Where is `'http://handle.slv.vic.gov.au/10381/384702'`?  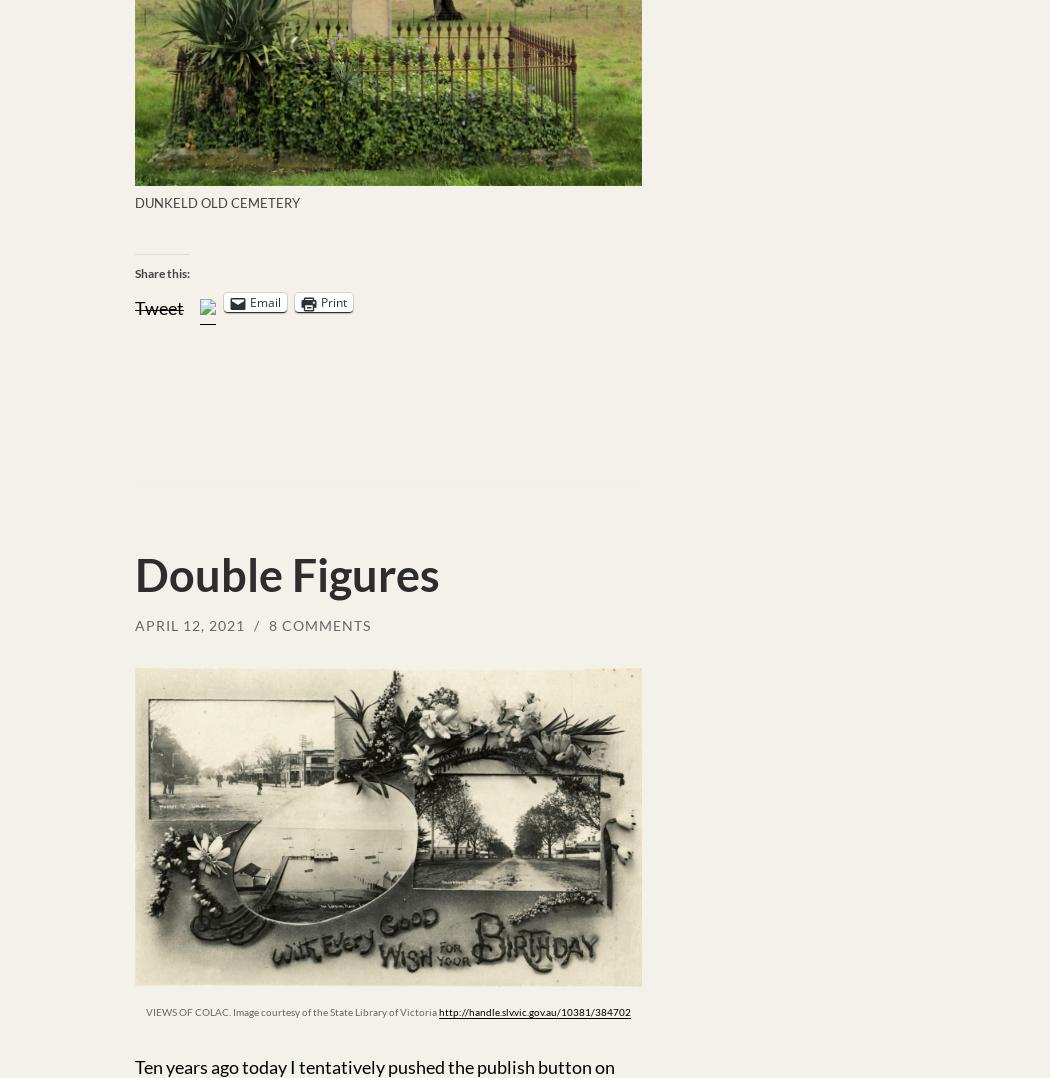
'http://handle.slv.vic.gov.au/10381/384702' is located at coordinates (438, 1011).